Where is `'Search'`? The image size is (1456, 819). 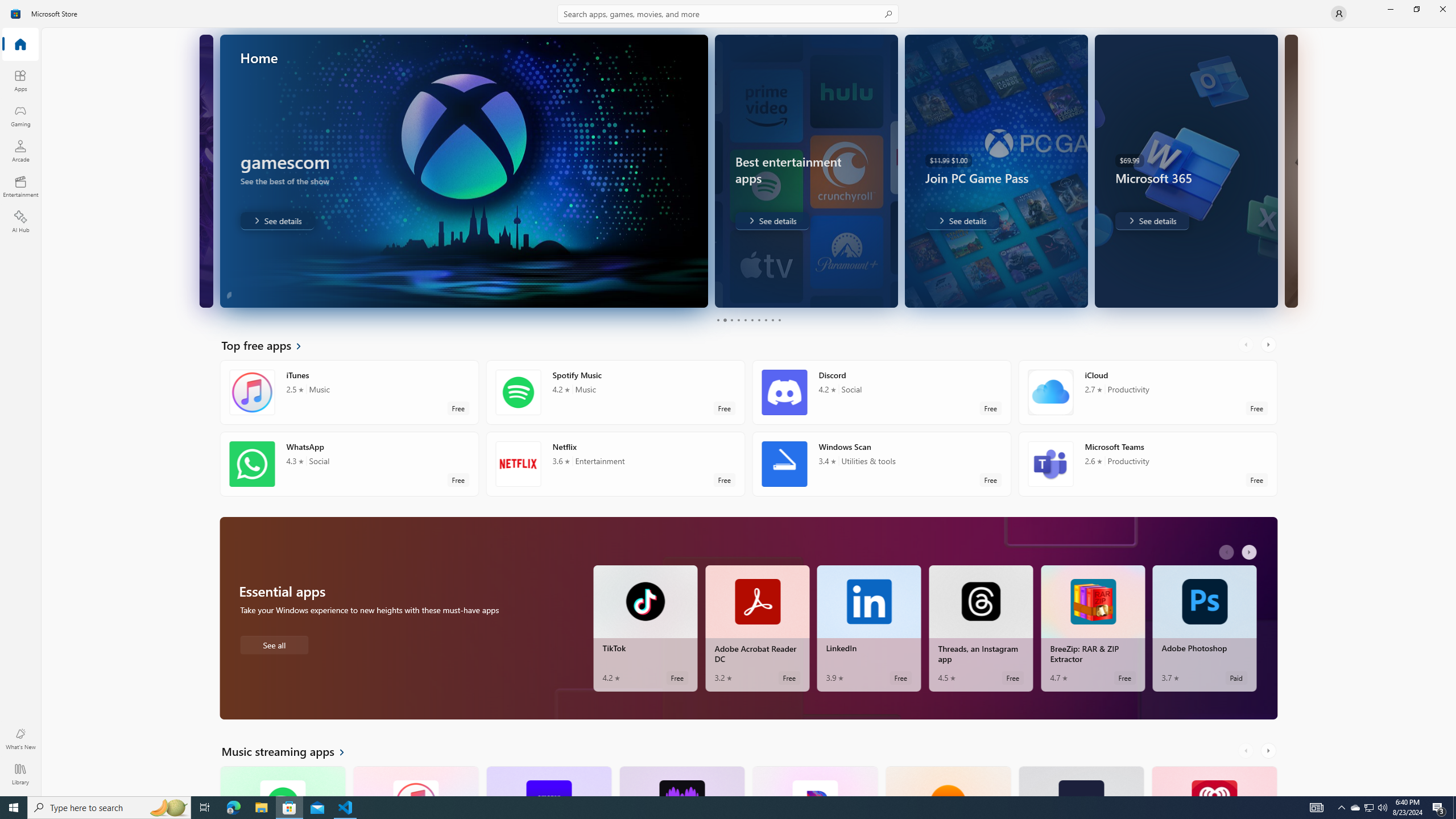 'Search' is located at coordinates (728, 13).